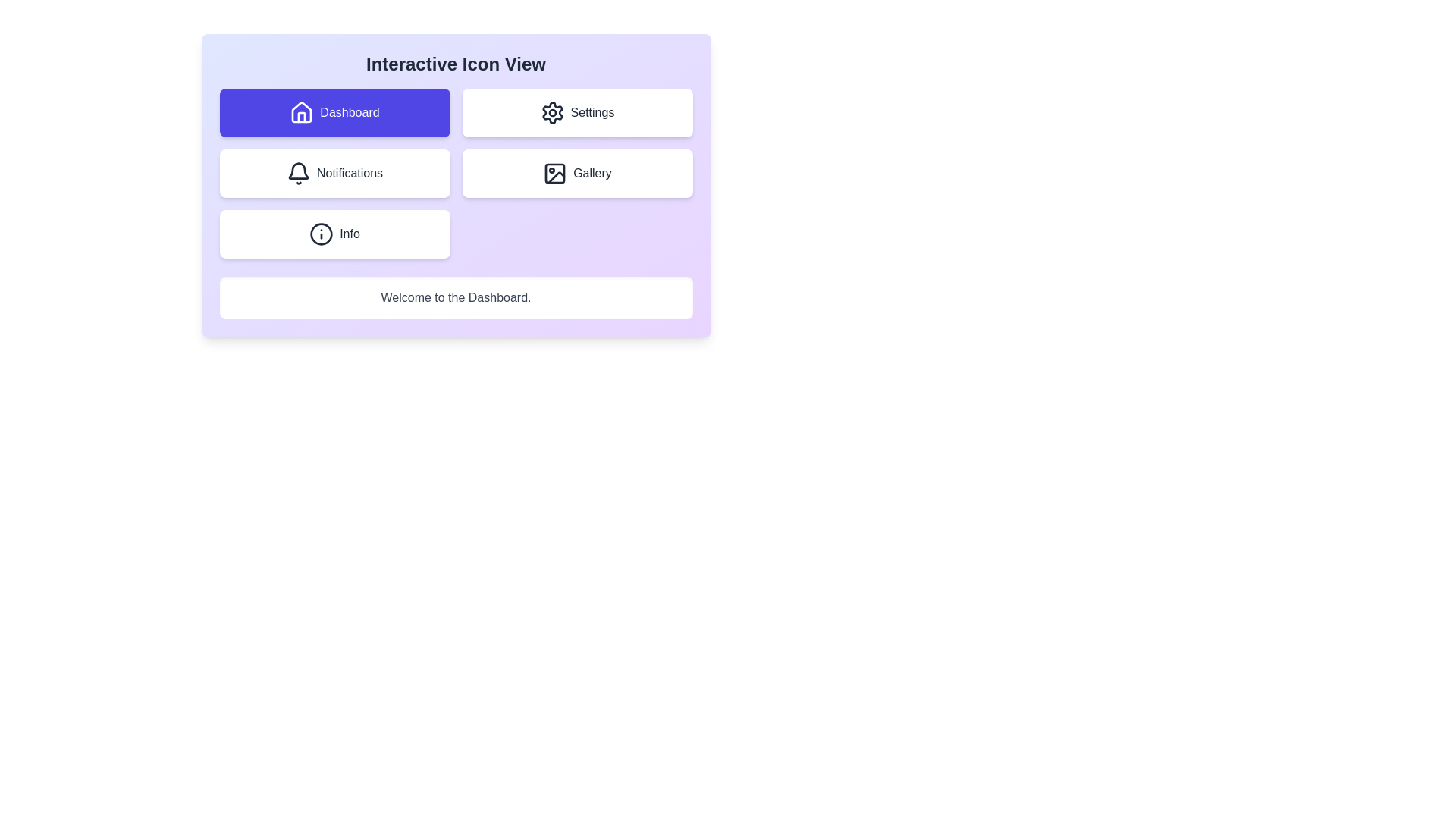  Describe the element at coordinates (334, 112) in the screenshot. I see `the rectangular blue button labeled 'Dashboard' with a house icon` at that location.